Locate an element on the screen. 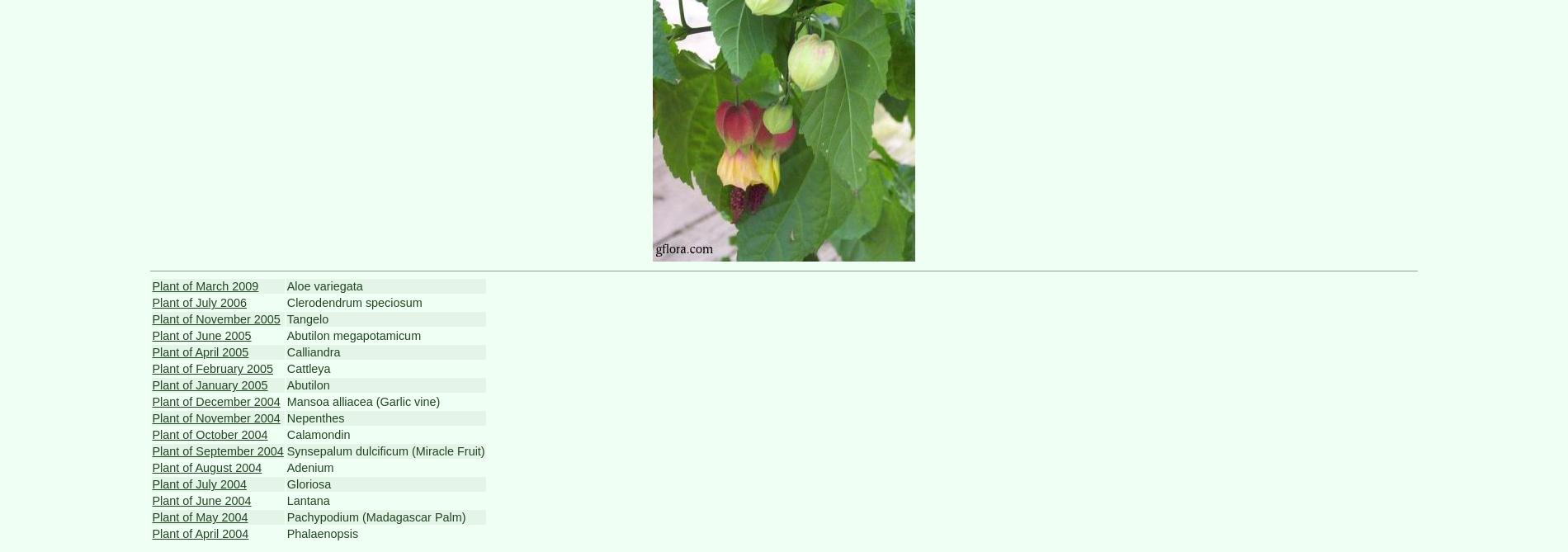 This screenshot has height=552, width=1568. 'Abutilon megapotamicum' is located at coordinates (352, 335).